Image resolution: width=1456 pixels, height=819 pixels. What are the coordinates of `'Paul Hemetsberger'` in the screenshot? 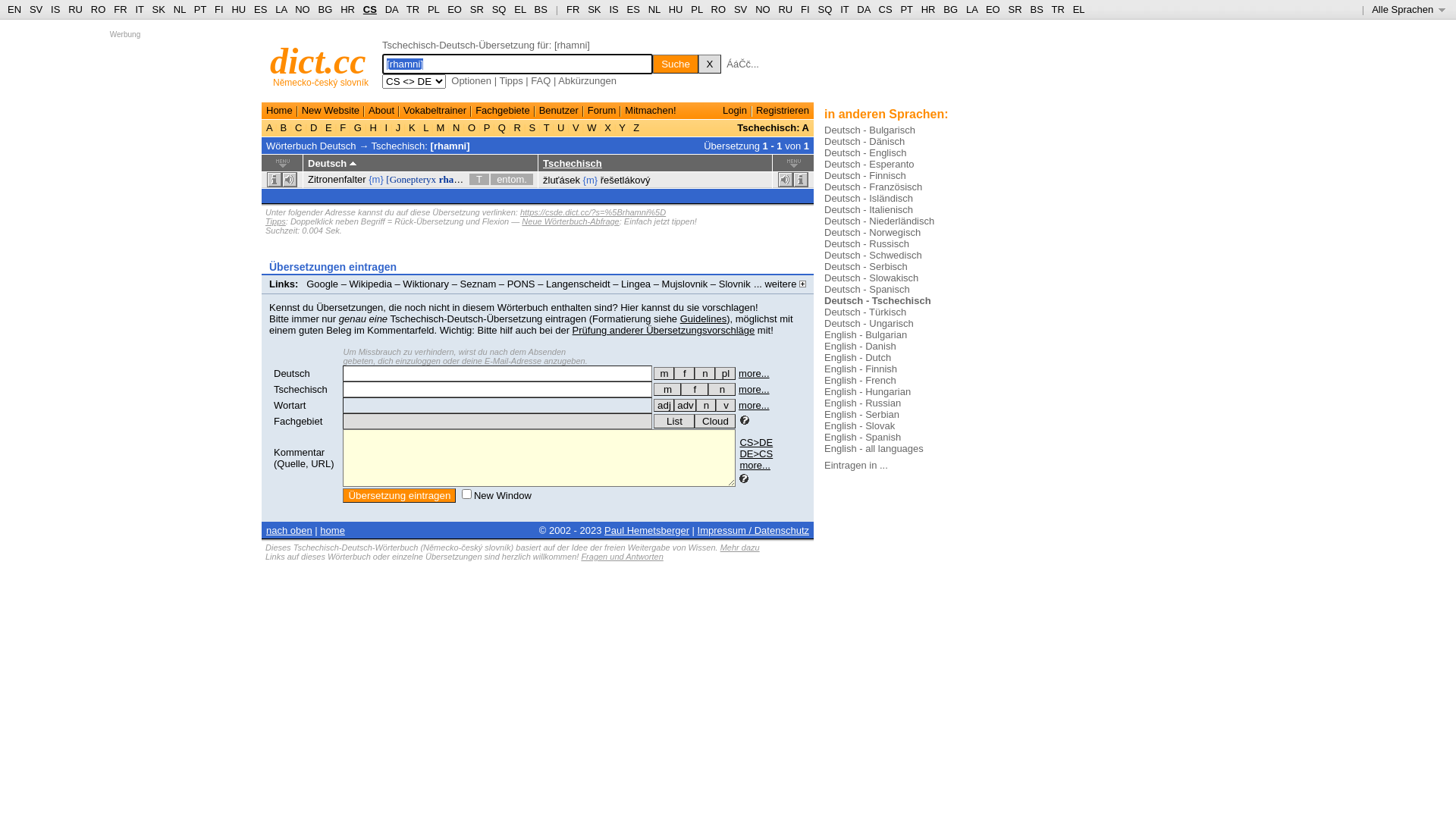 It's located at (603, 529).